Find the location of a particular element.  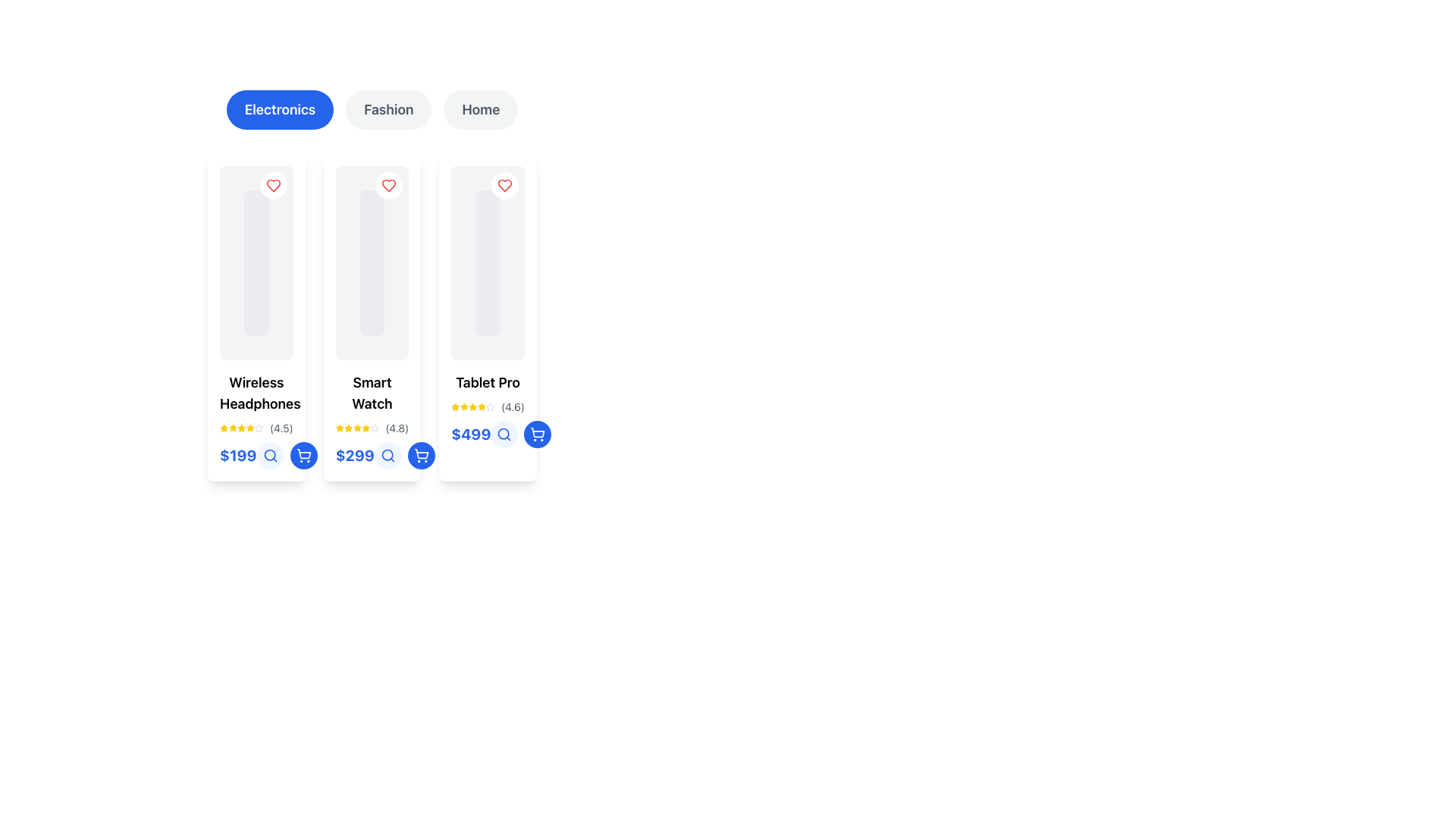

the visual representation of the star icon in the bottom-left corner of the star rating display for the 'Tablet Pro' product card is located at coordinates (481, 406).